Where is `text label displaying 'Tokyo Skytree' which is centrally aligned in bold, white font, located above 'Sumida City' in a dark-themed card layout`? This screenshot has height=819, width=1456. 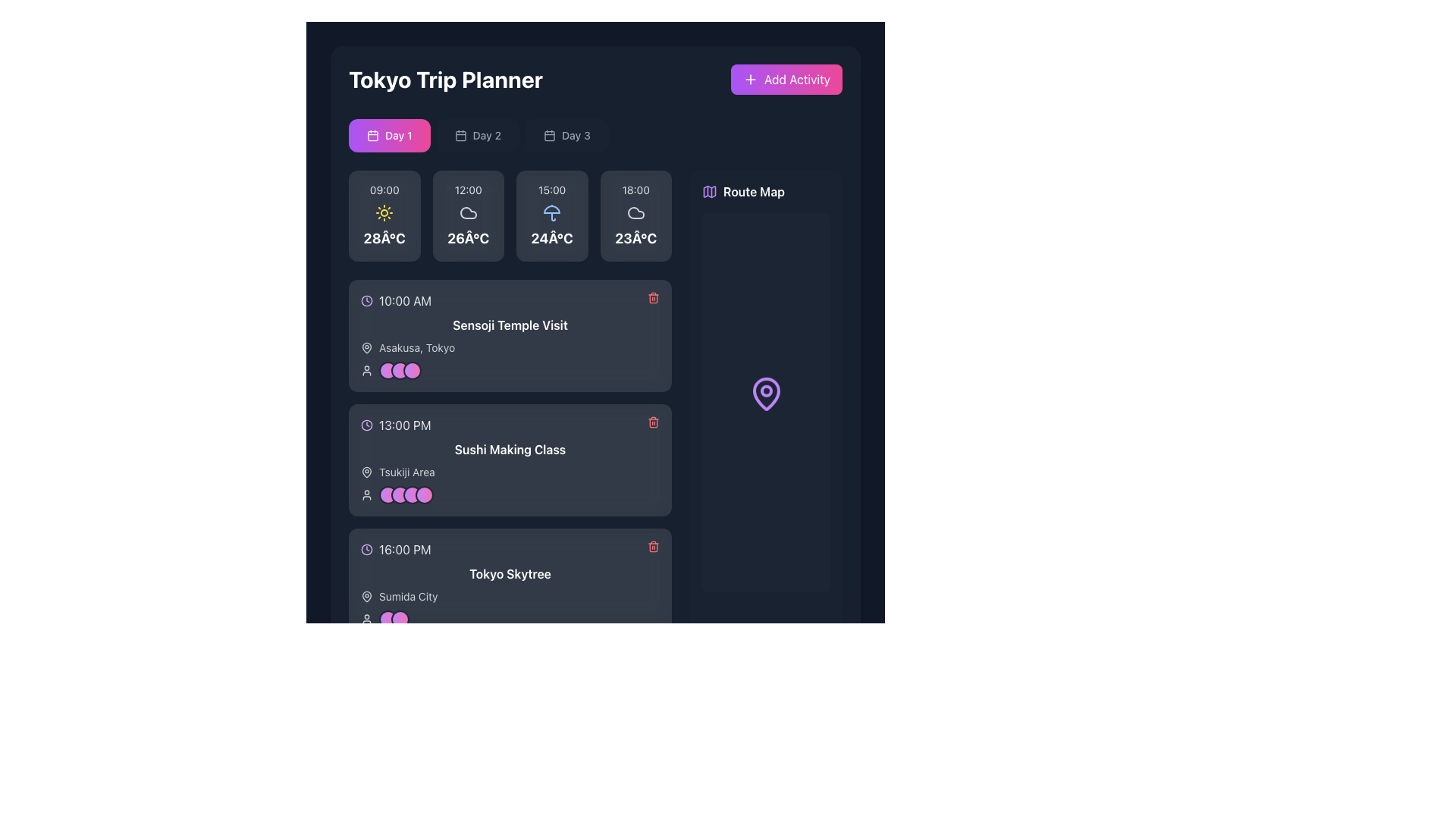
text label displaying 'Tokyo Skytree' which is centrally aligned in bold, white font, located above 'Sumida City' in a dark-themed card layout is located at coordinates (510, 573).